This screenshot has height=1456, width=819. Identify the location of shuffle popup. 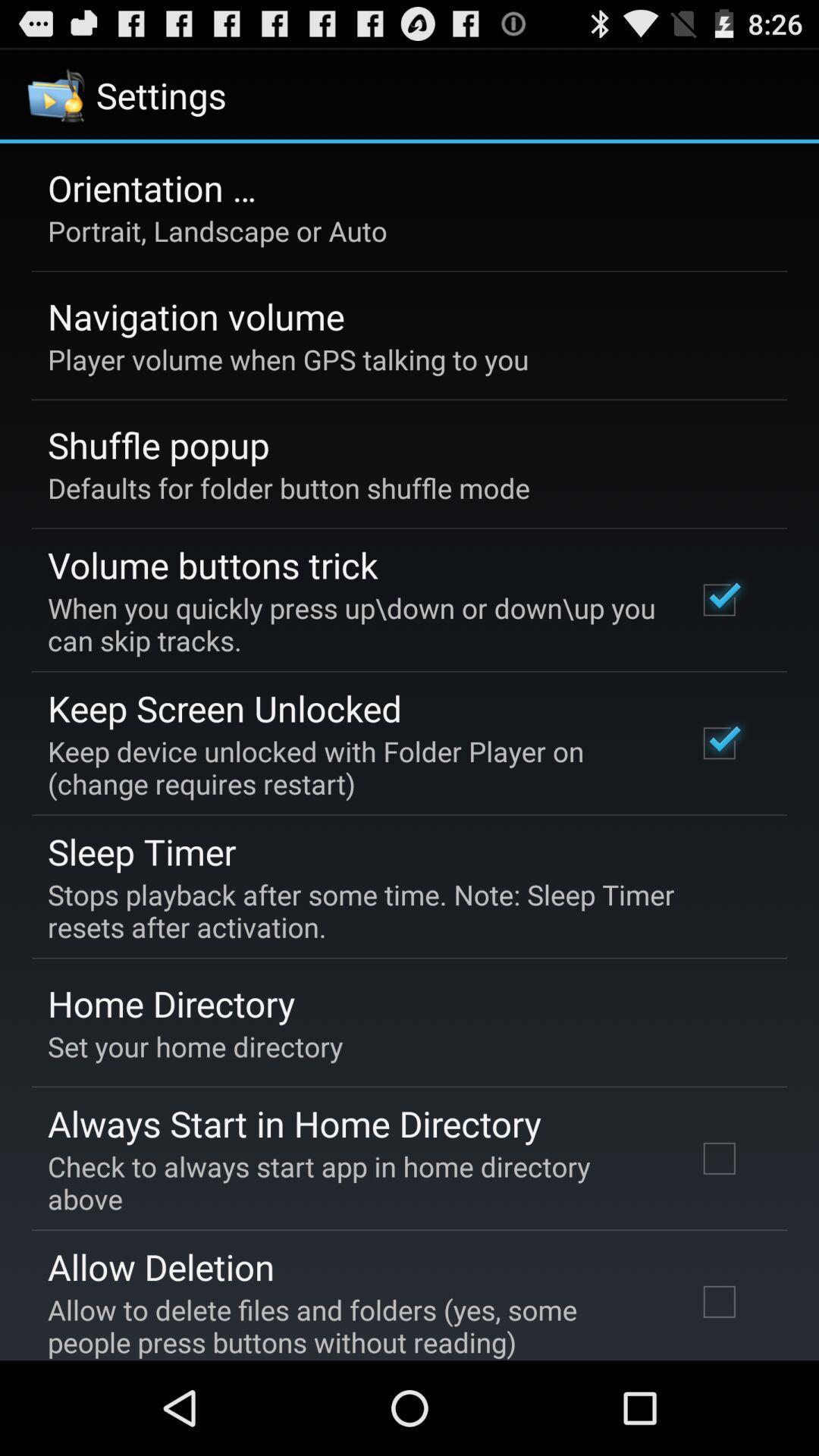
(158, 444).